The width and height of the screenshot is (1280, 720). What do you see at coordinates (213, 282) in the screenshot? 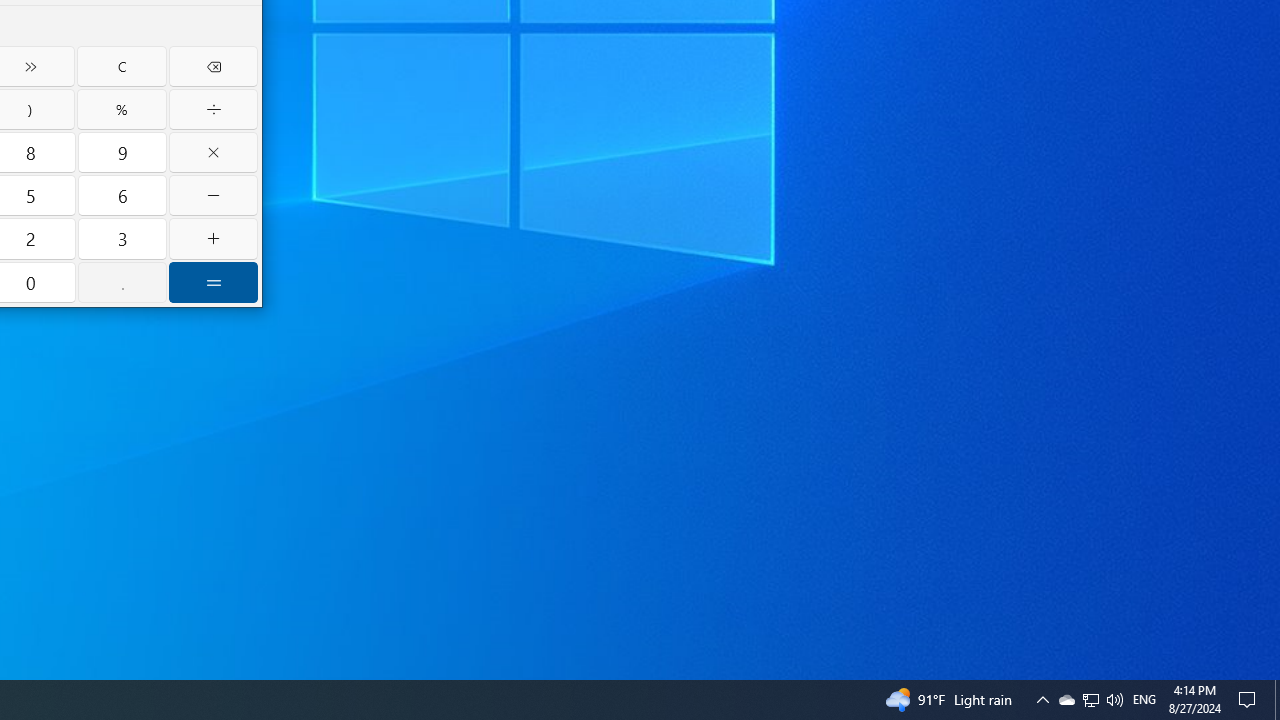
I see `'Equals'` at bounding box center [213, 282].